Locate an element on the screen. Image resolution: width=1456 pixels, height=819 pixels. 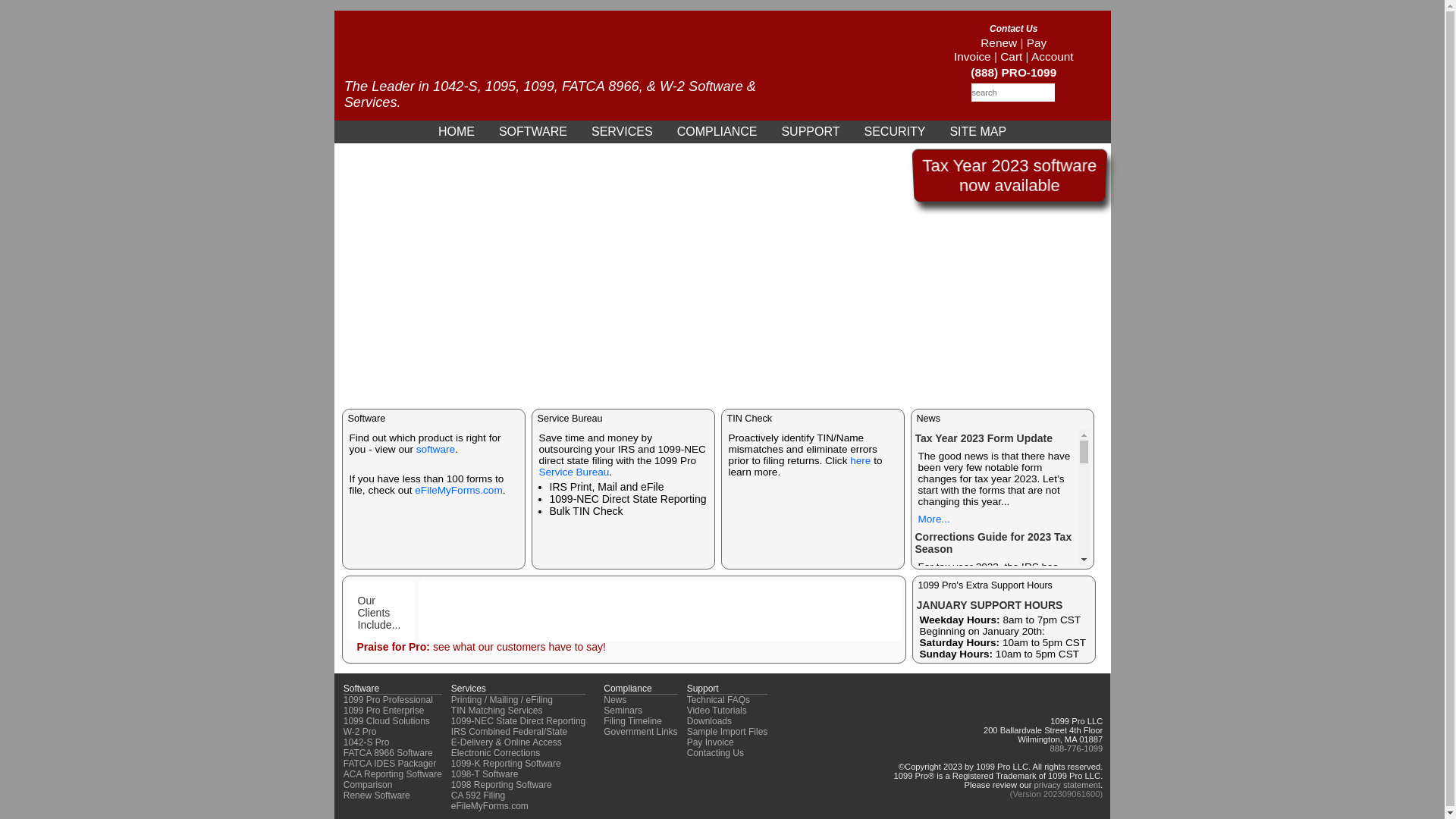
'Cart' is located at coordinates (1011, 55).